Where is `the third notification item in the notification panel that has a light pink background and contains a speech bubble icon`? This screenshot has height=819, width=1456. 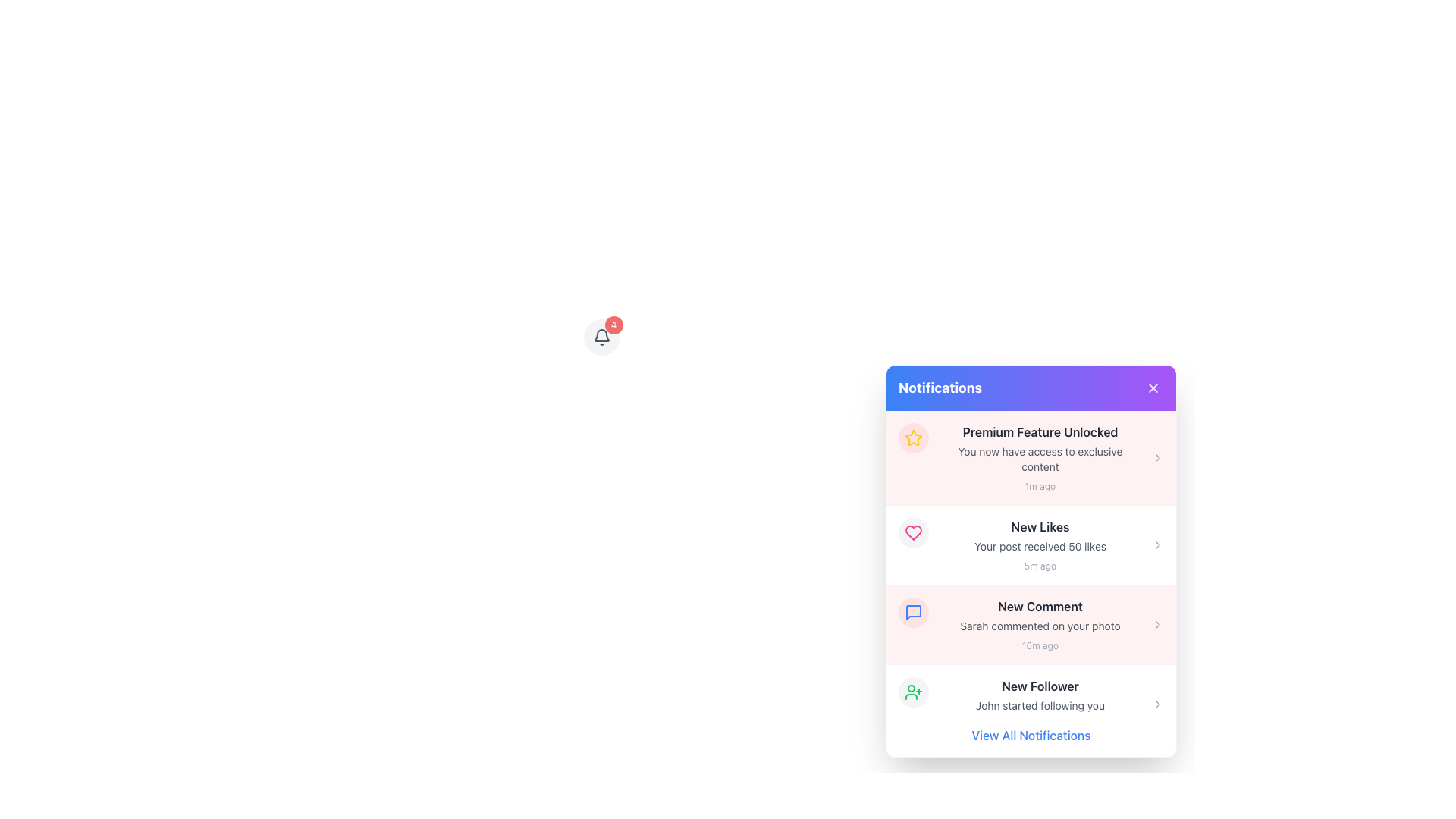 the third notification item in the notification panel that has a light pink background and contains a speech bubble icon is located at coordinates (1031, 625).